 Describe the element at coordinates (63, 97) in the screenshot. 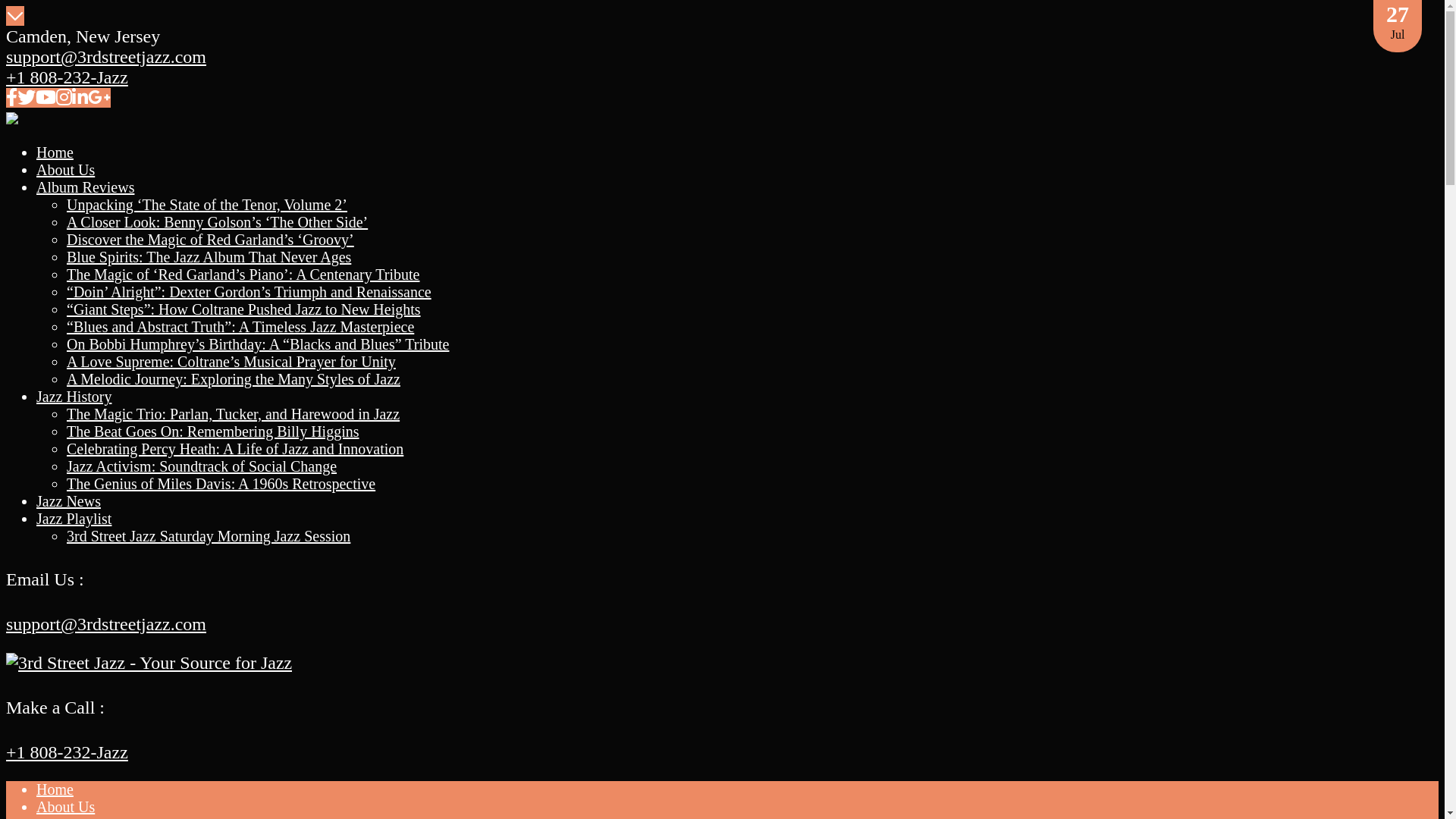

I see `'instagram'` at that location.